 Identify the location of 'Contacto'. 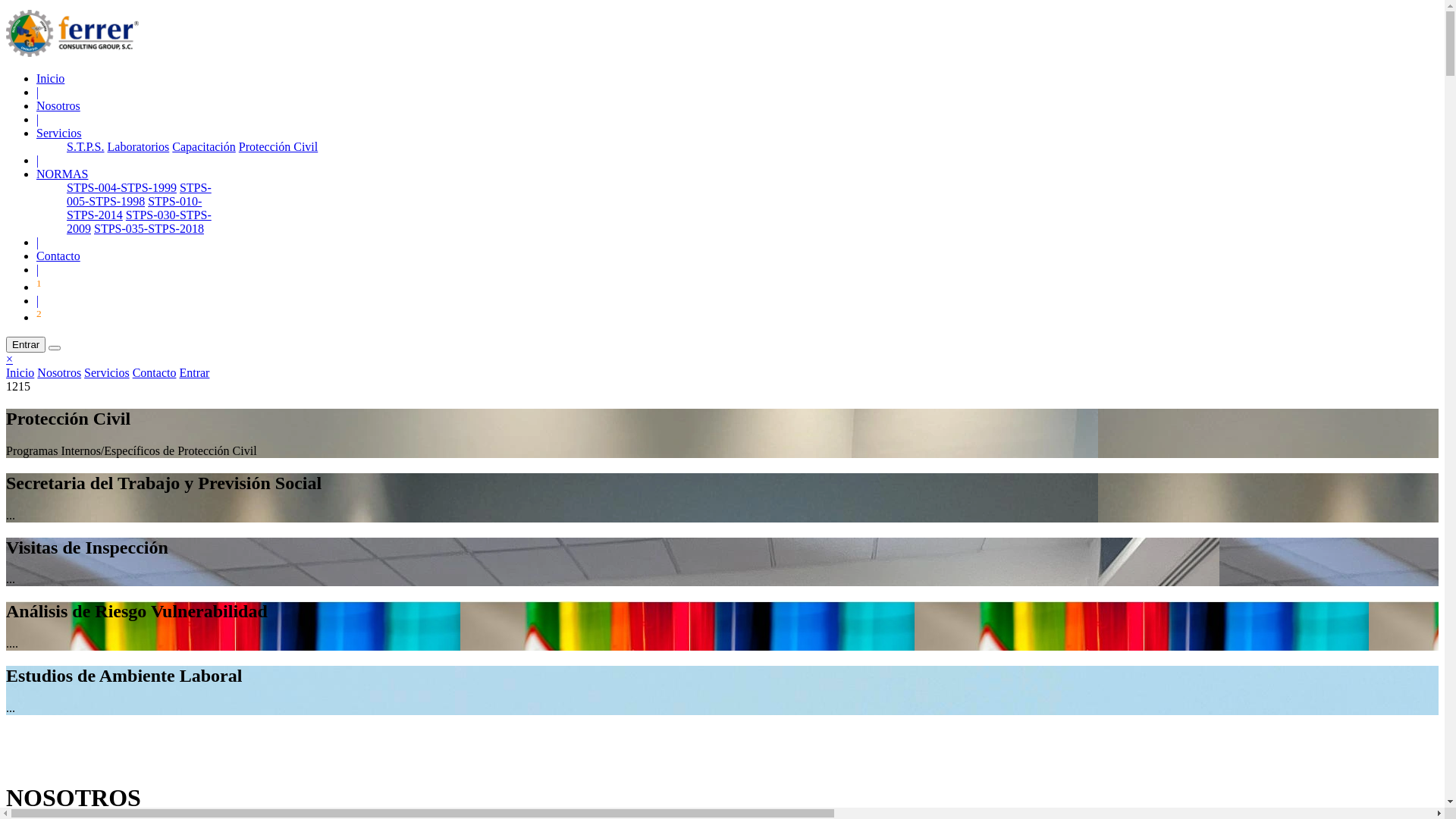
(132, 372).